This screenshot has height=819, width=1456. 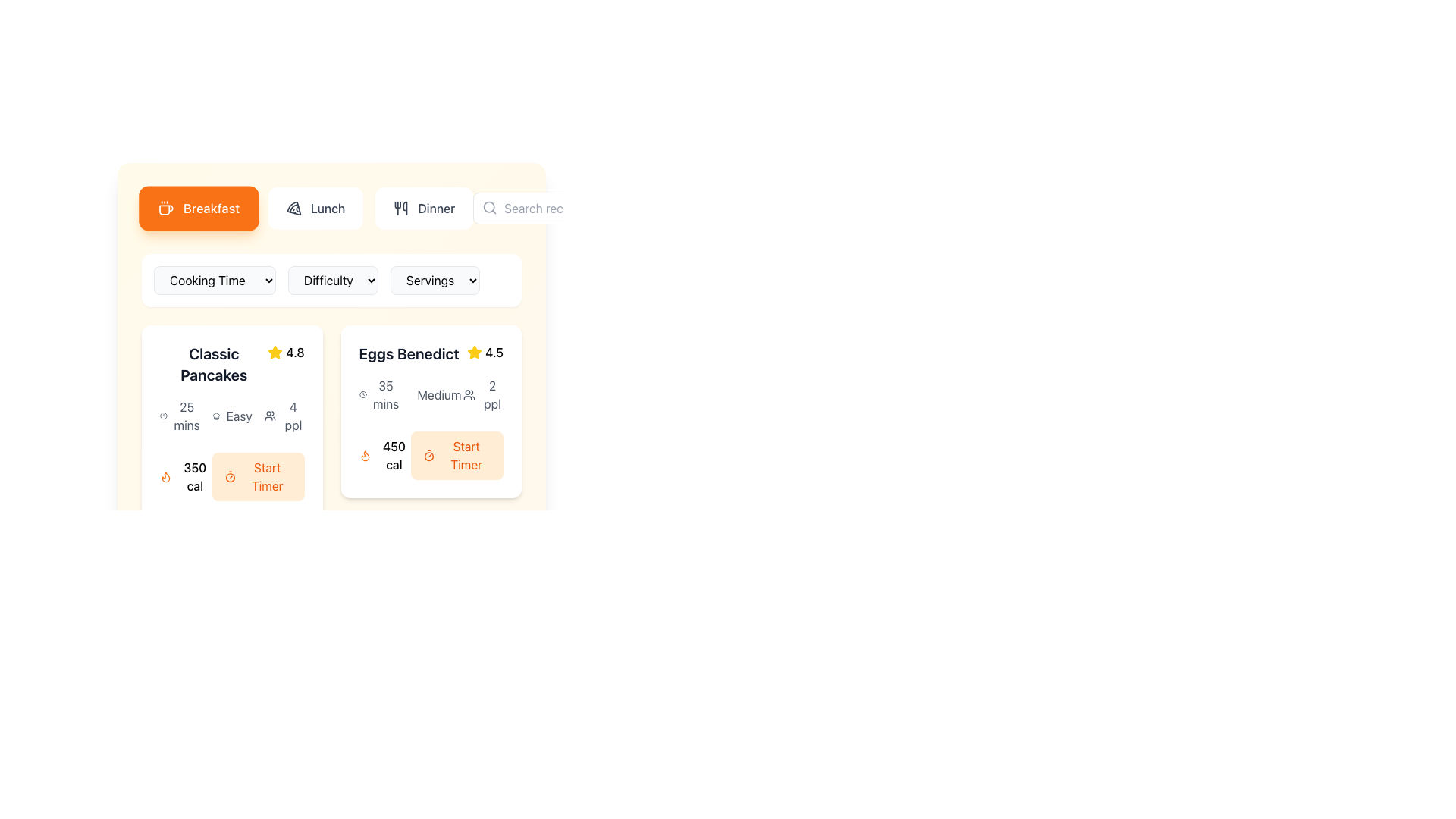 I want to click on the rectangular orange button labeled 'Breakfast' with a coffee cup icon, so click(x=198, y=208).